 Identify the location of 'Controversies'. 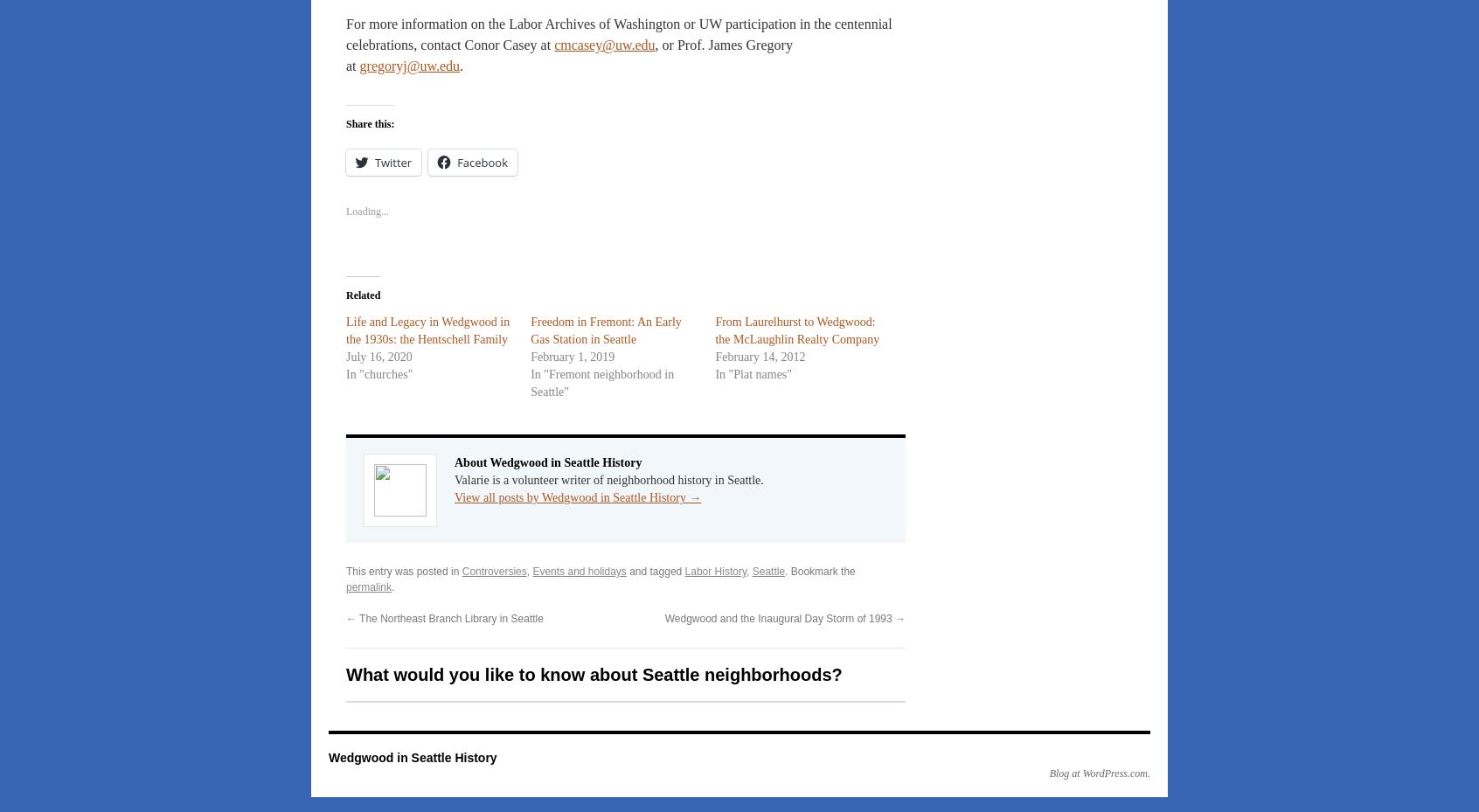
(493, 572).